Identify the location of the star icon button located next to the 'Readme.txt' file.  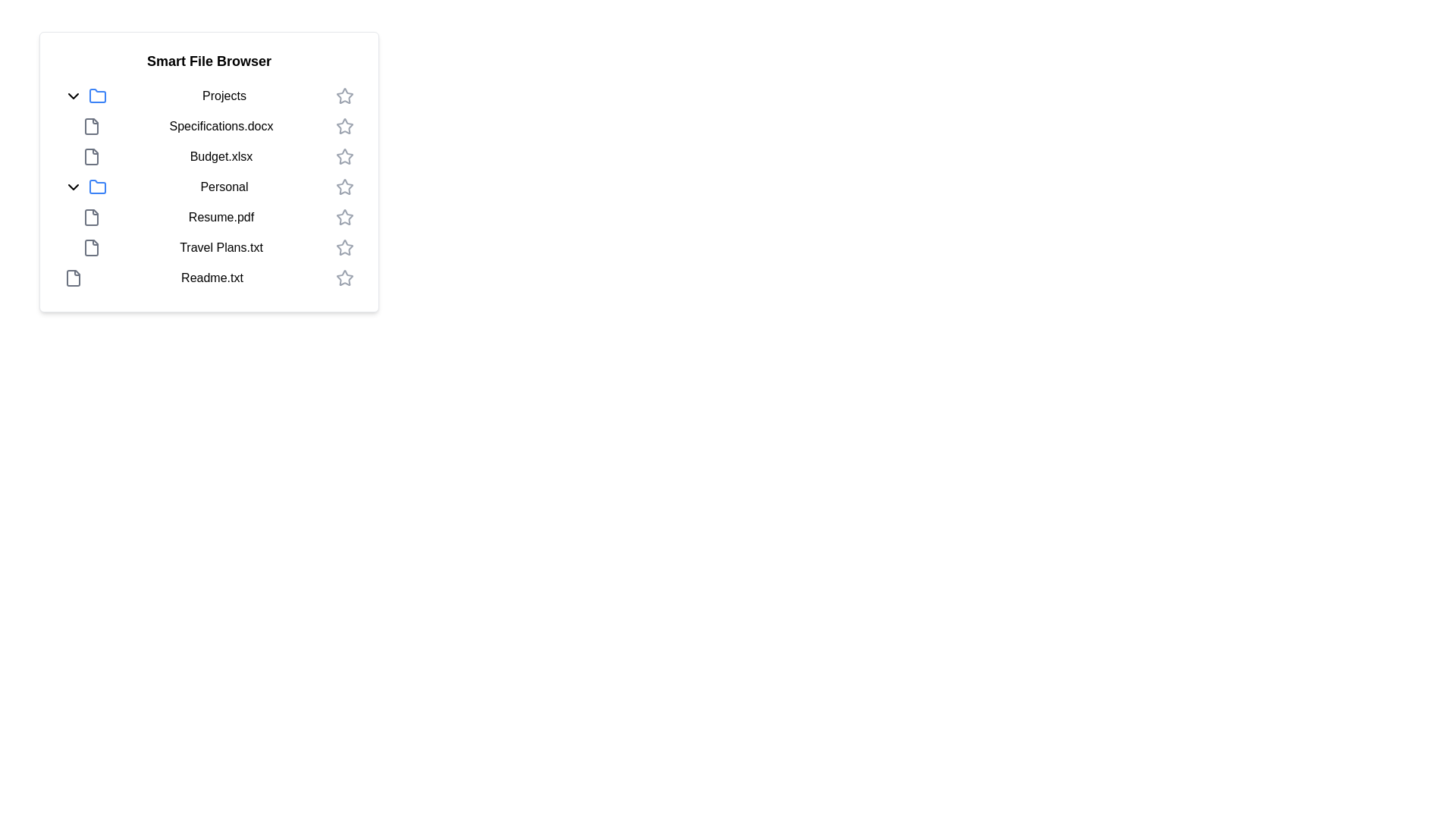
(344, 278).